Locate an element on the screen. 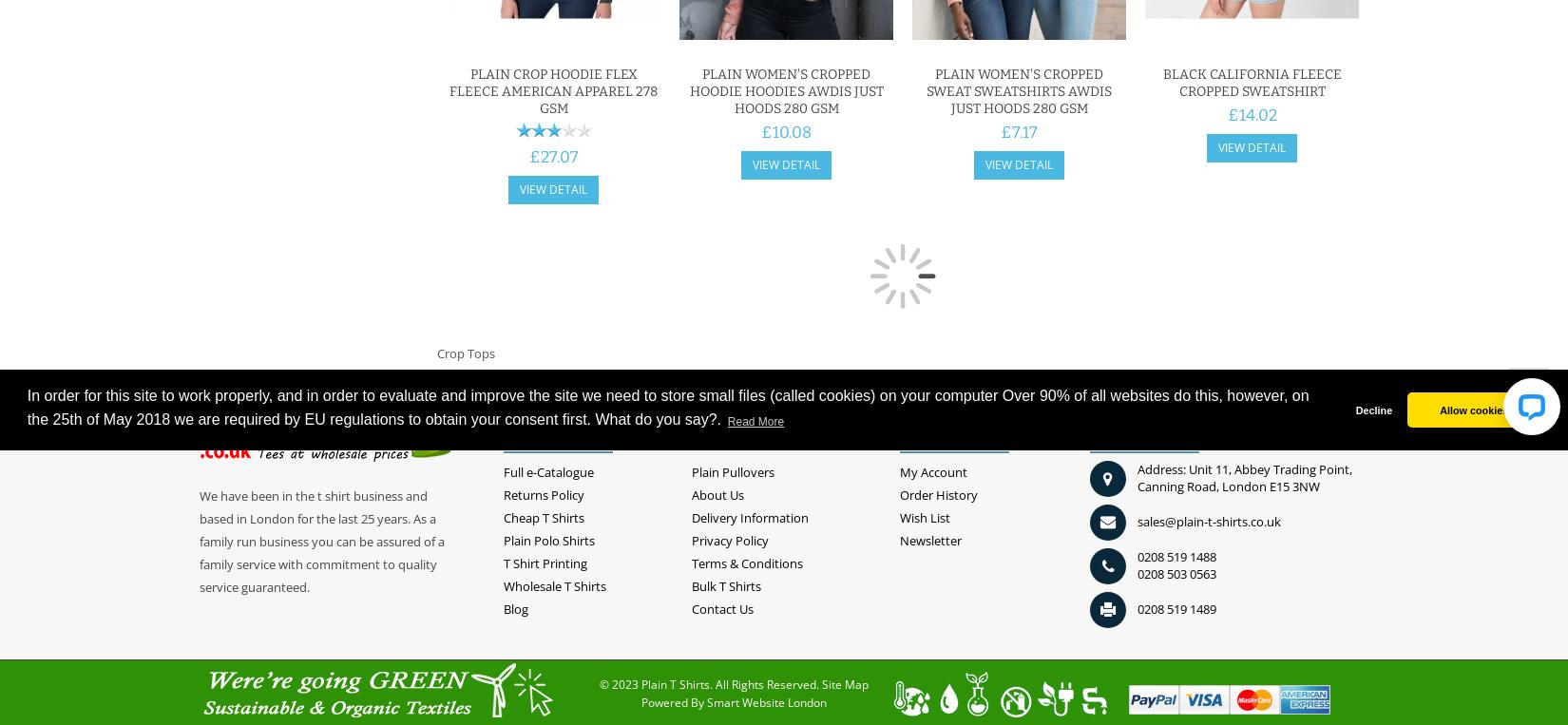 The image size is (1568, 725). 'Crop Tops' is located at coordinates (465, 352).